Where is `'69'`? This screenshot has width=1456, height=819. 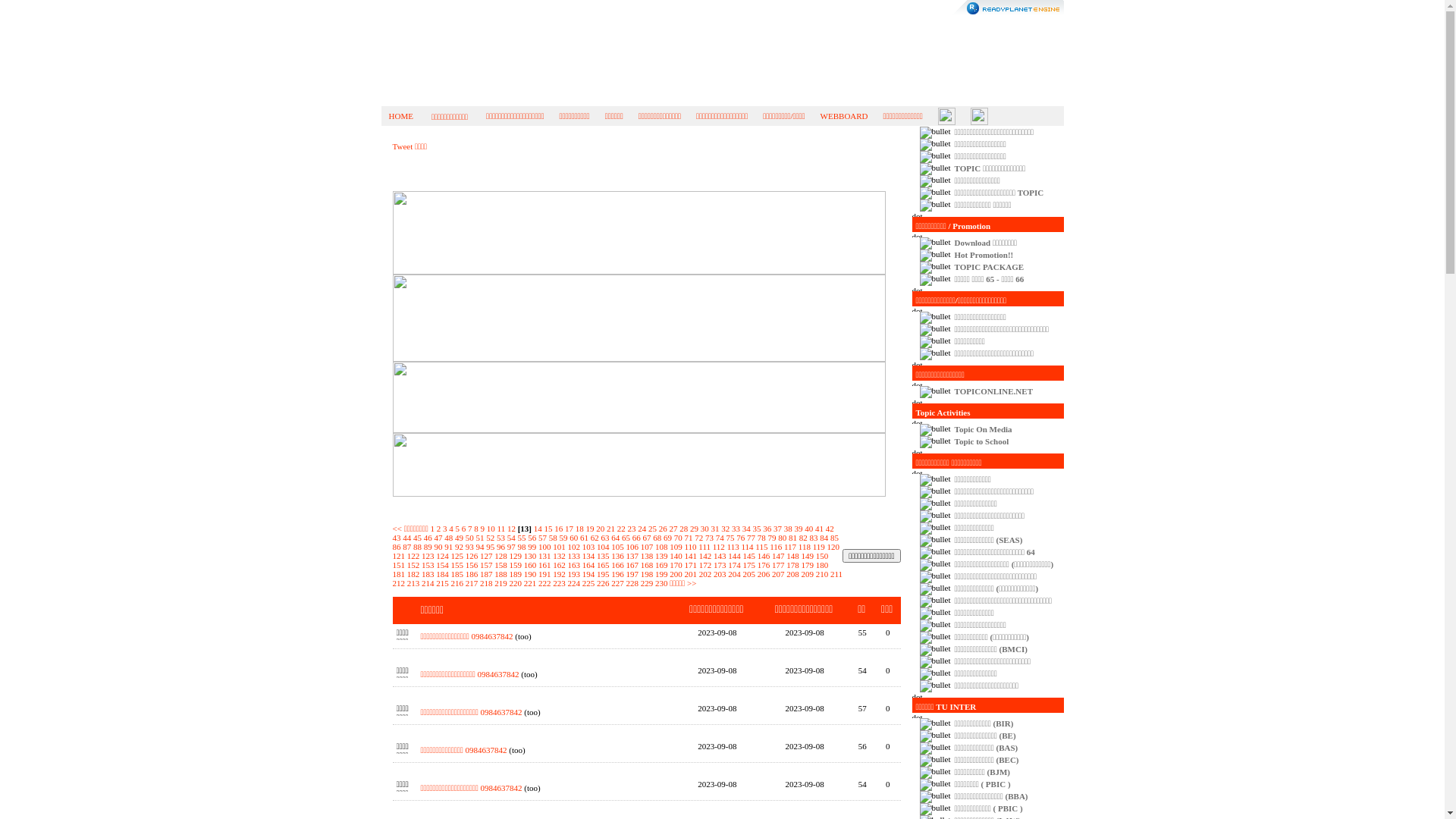
'69' is located at coordinates (663, 537).